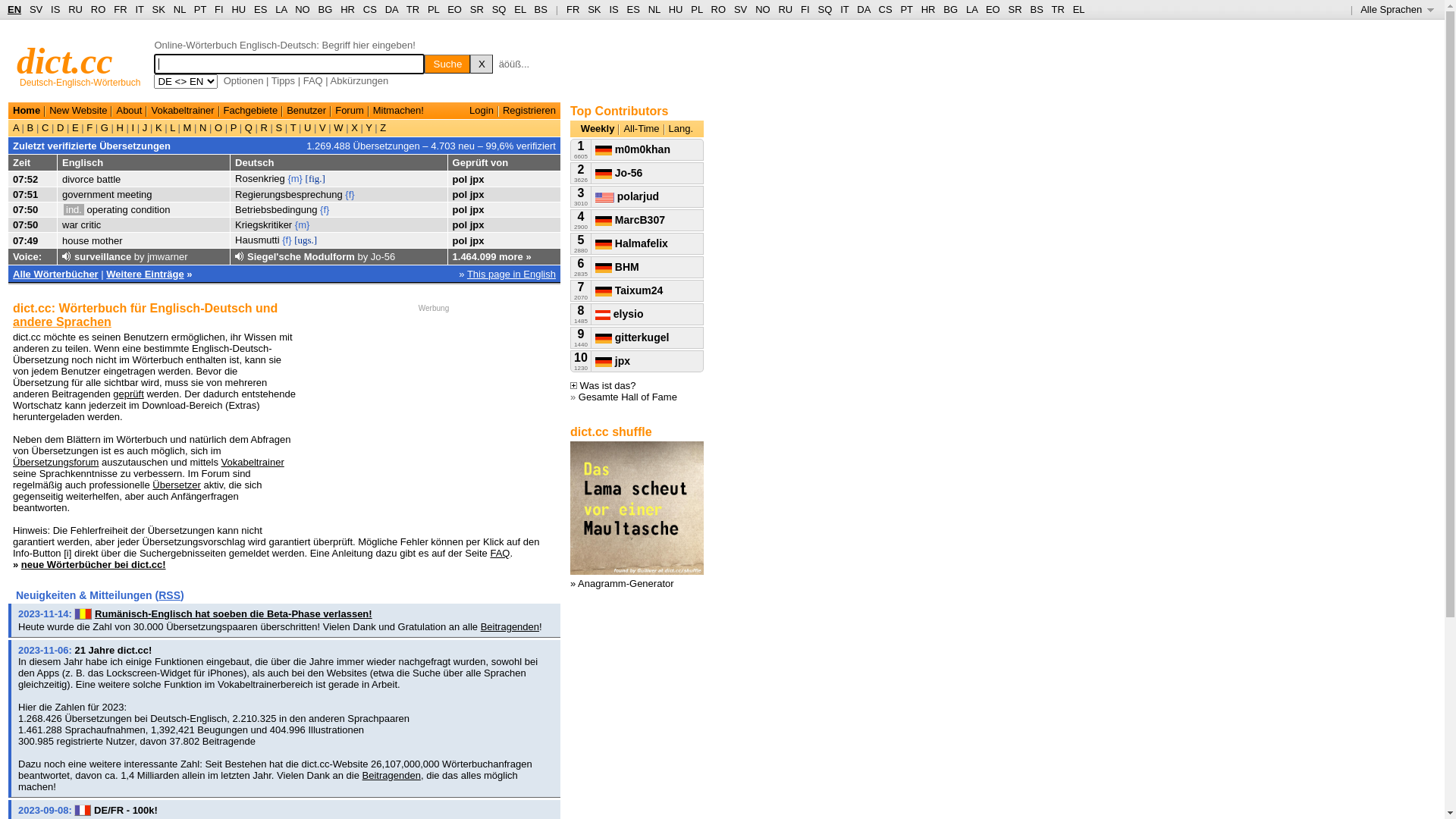 The height and width of the screenshot is (819, 1456). Describe the element at coordinates (633, 9) in the screenshot. I see `'ES'` at that location.